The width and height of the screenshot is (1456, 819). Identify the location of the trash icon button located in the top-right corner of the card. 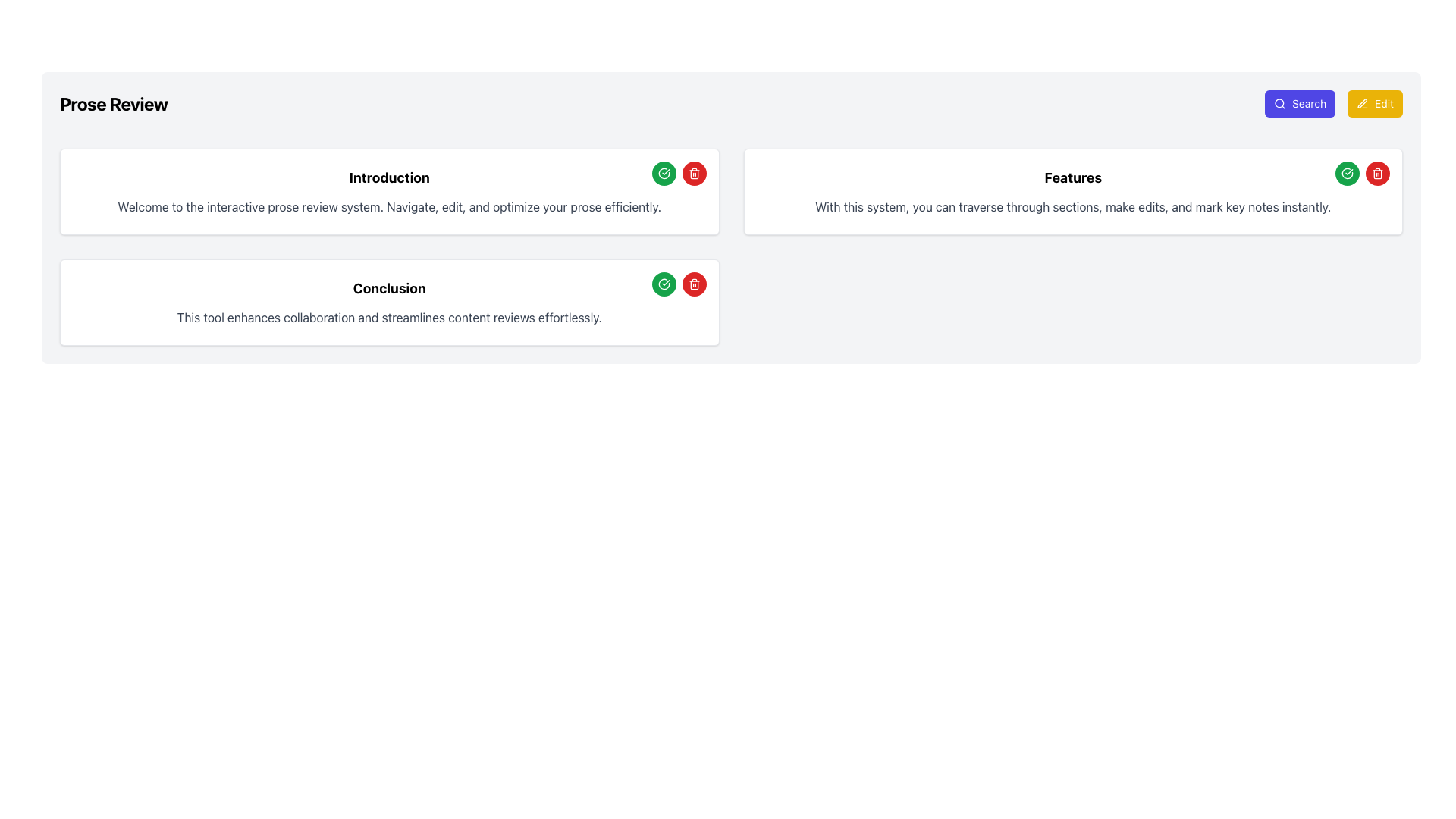
(693, 284).